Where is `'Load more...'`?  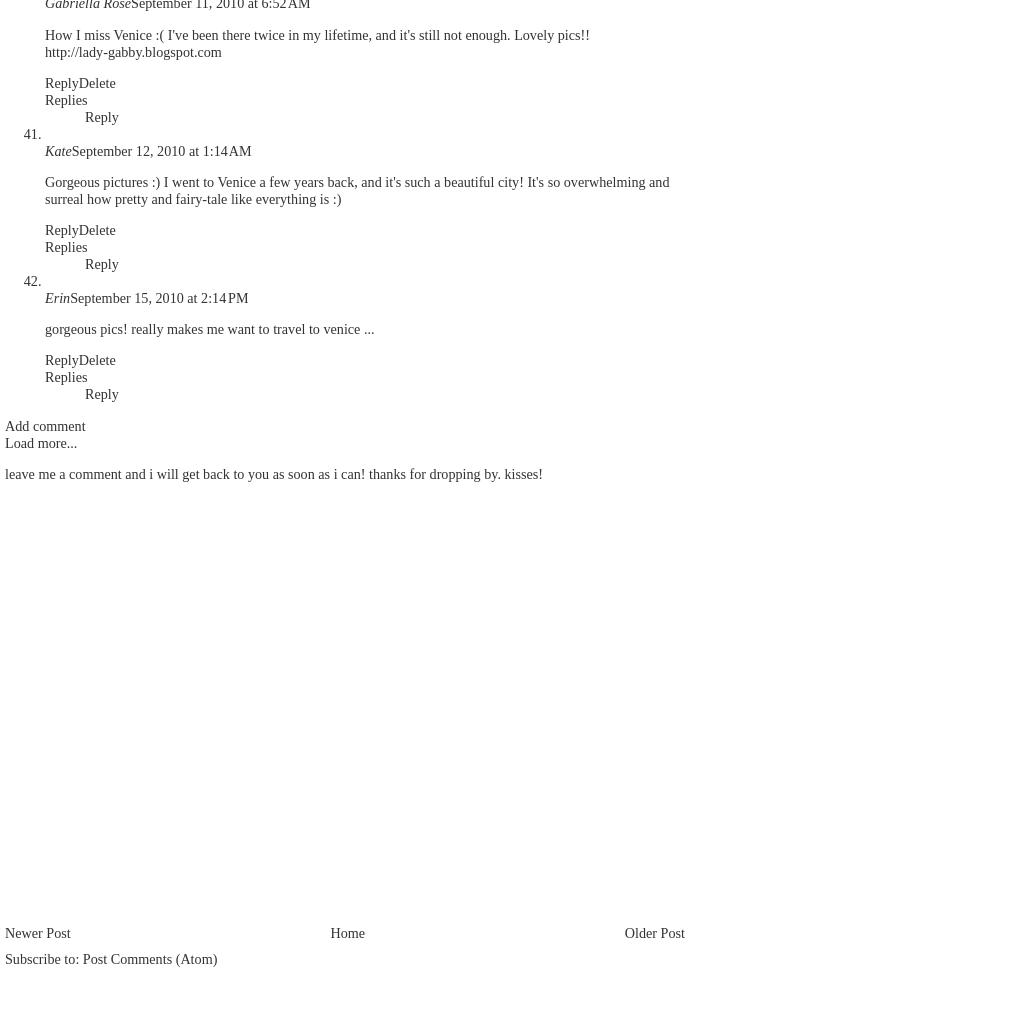 'Load more...' is located at coordinates (3, 442).